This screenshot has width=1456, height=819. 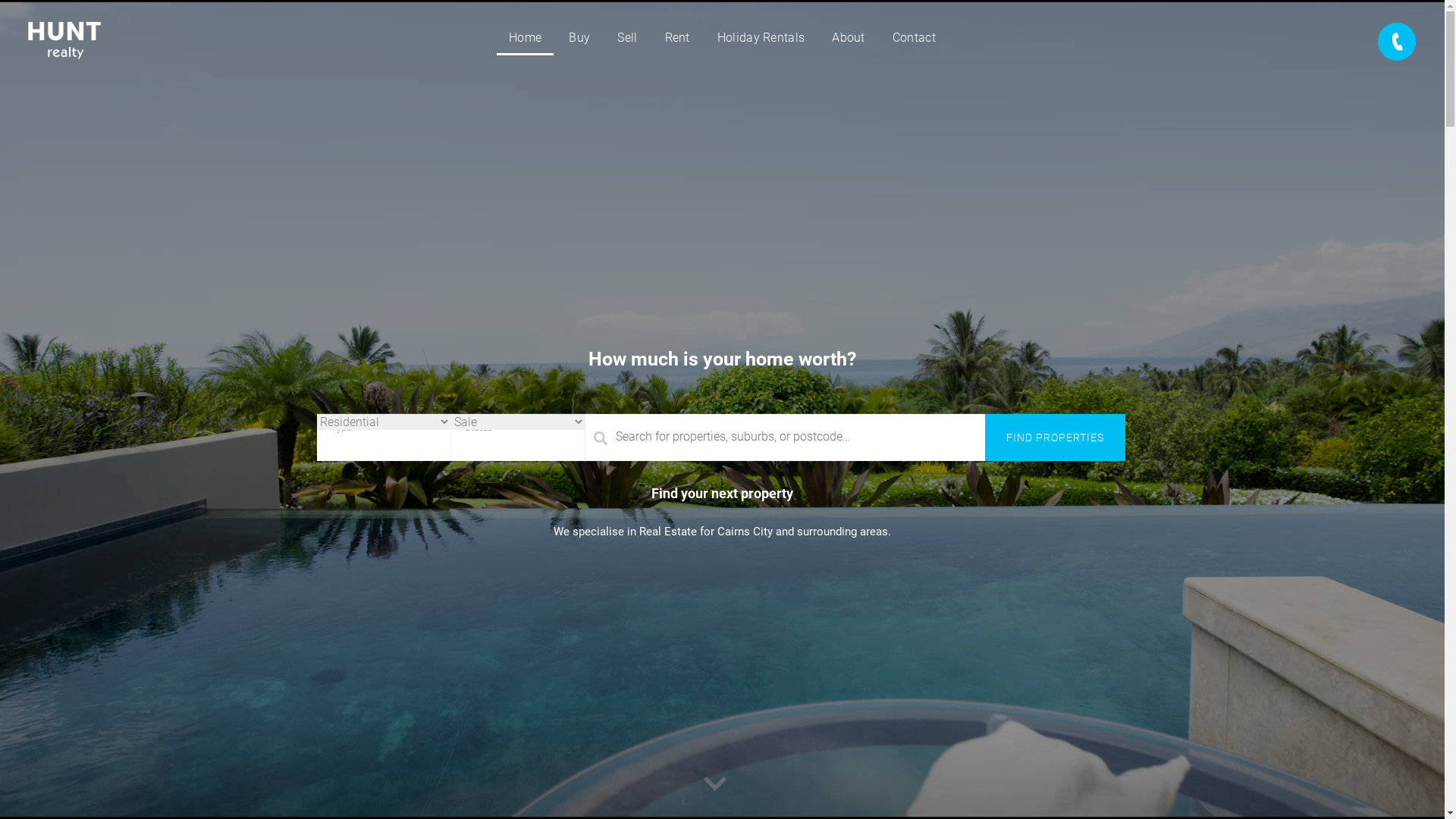 I want to click on 'Sell', so click(x=626, y=37).